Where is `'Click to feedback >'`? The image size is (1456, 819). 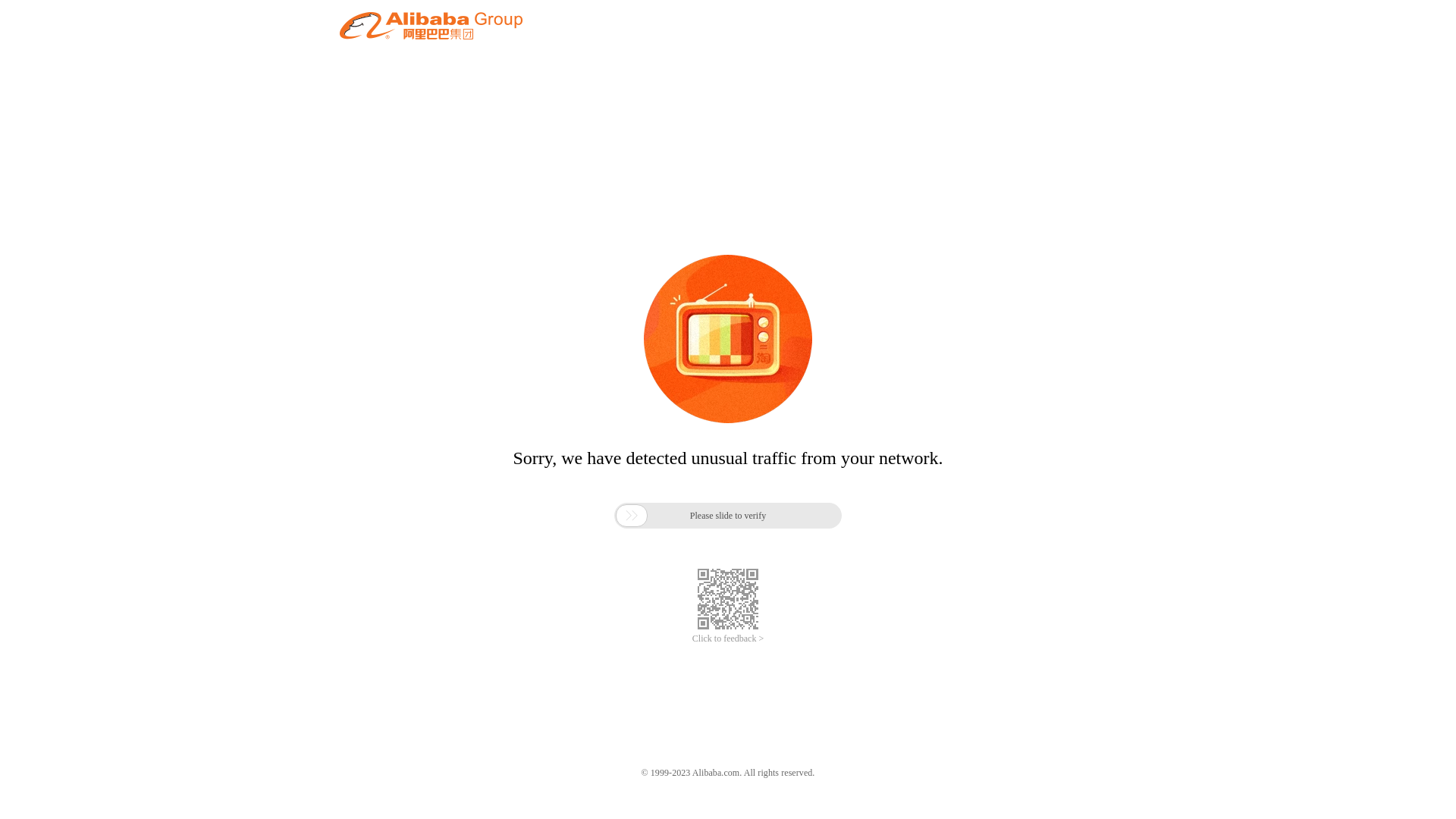 'Click to feedback >' is located at coordinates (691, 639).